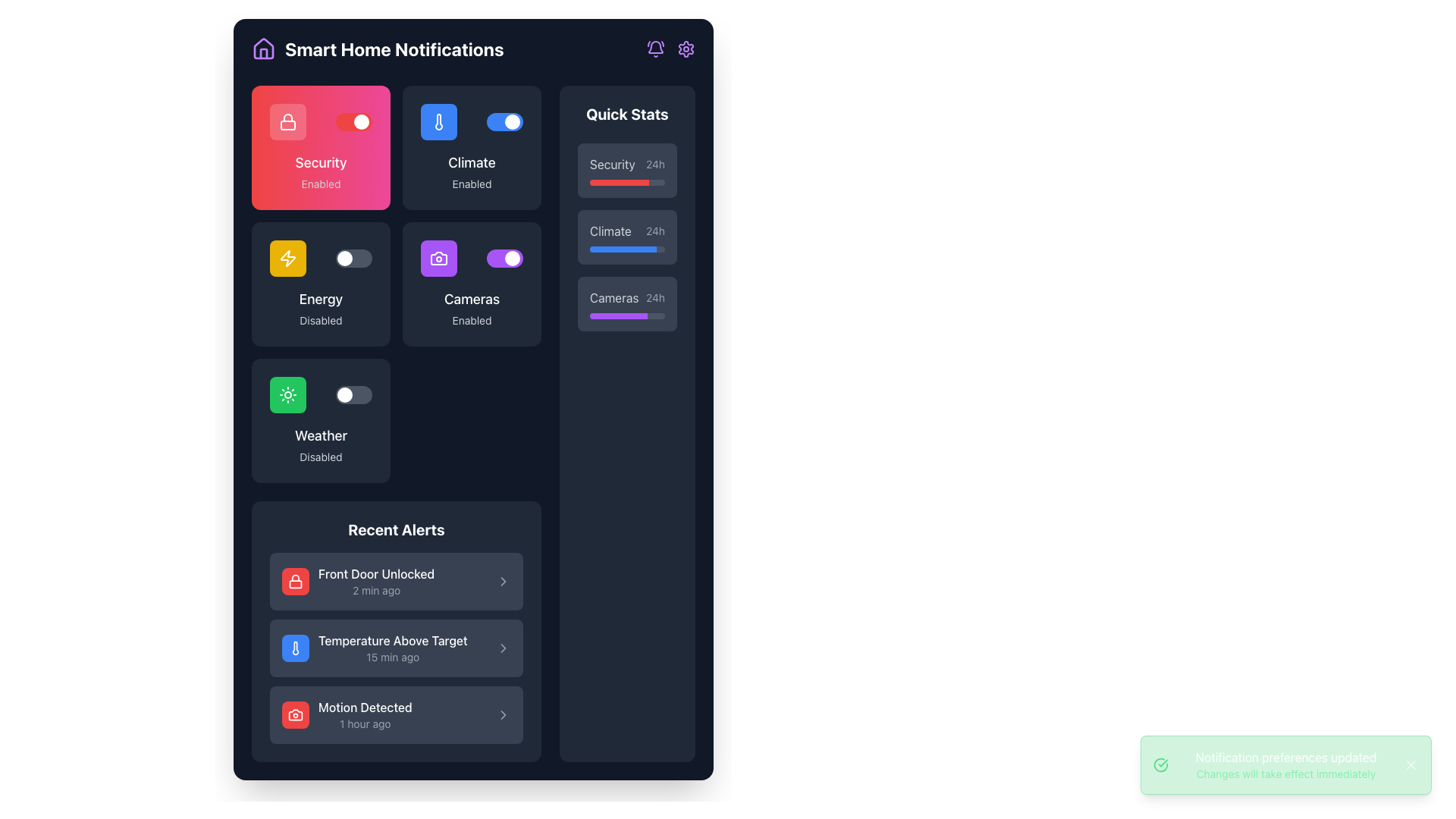  I want to click on informative message text located within the notification card in the lower right portion of the interface, specifically the second line of text that follows 'Notification preferences updated', so click(1285, 774).